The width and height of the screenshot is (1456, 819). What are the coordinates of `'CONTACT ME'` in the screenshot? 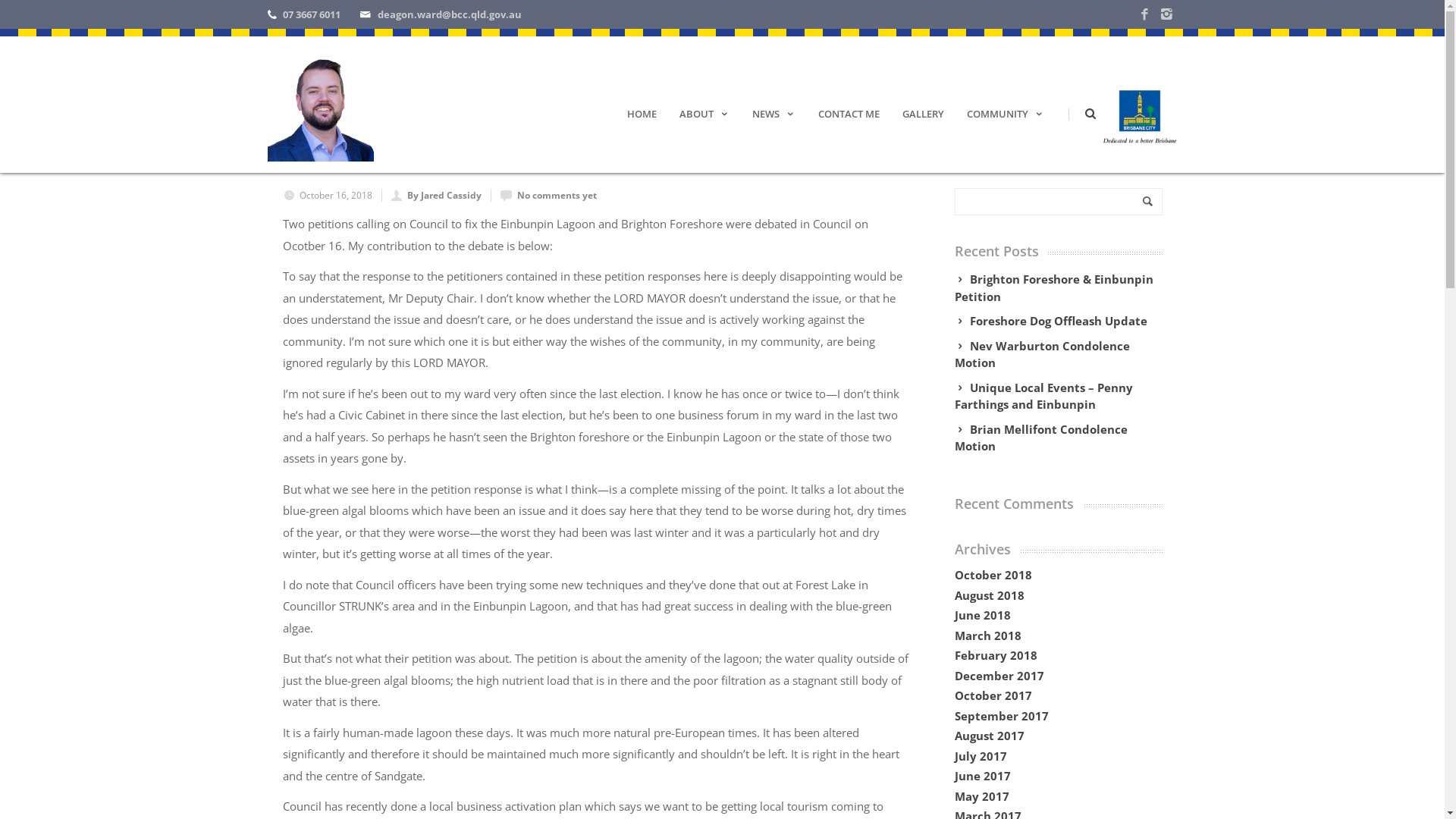 It's located at (848, 111).